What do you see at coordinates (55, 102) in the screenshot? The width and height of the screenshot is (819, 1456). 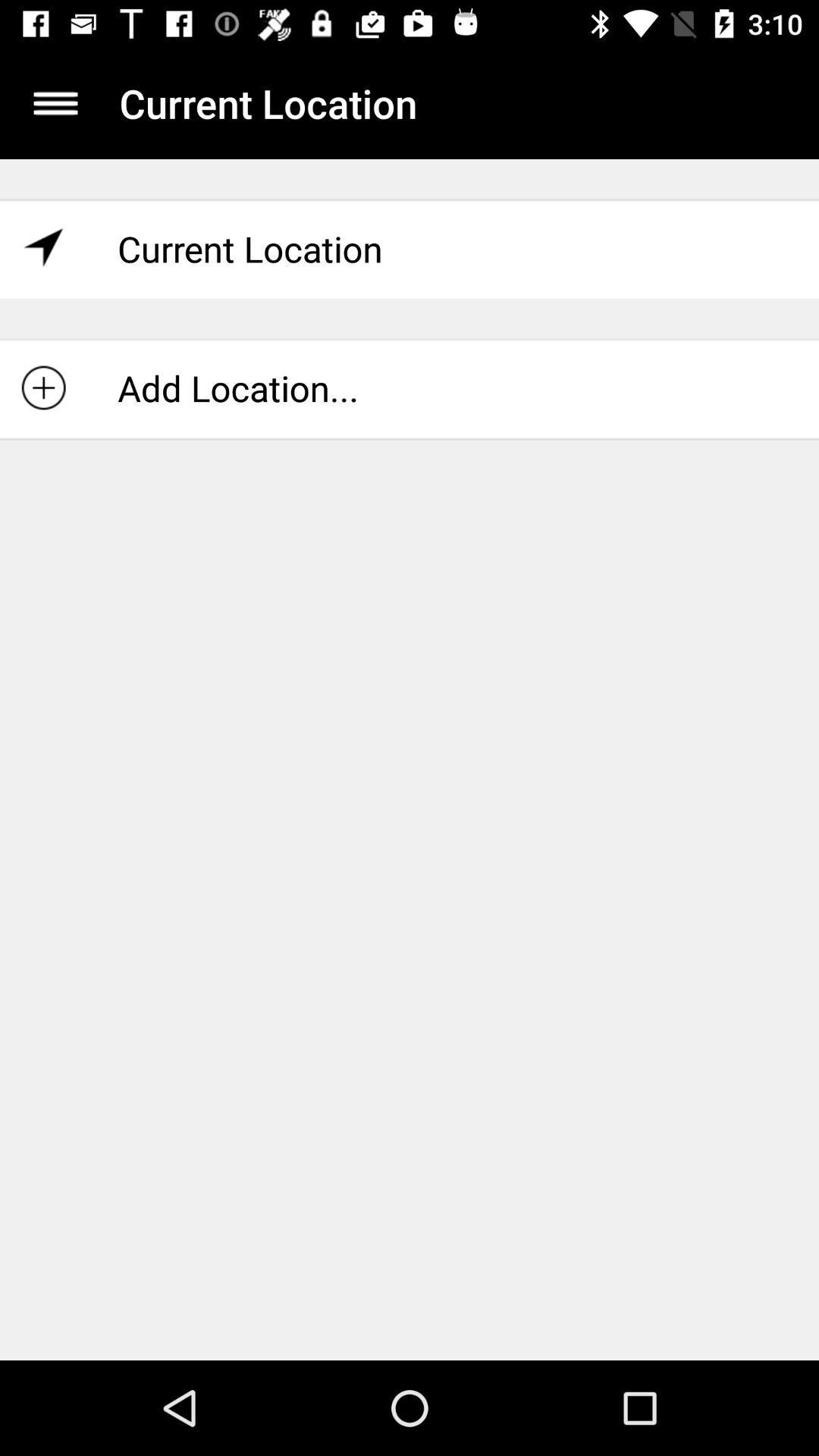 I see `open menu` at bounding box center [55, 102].